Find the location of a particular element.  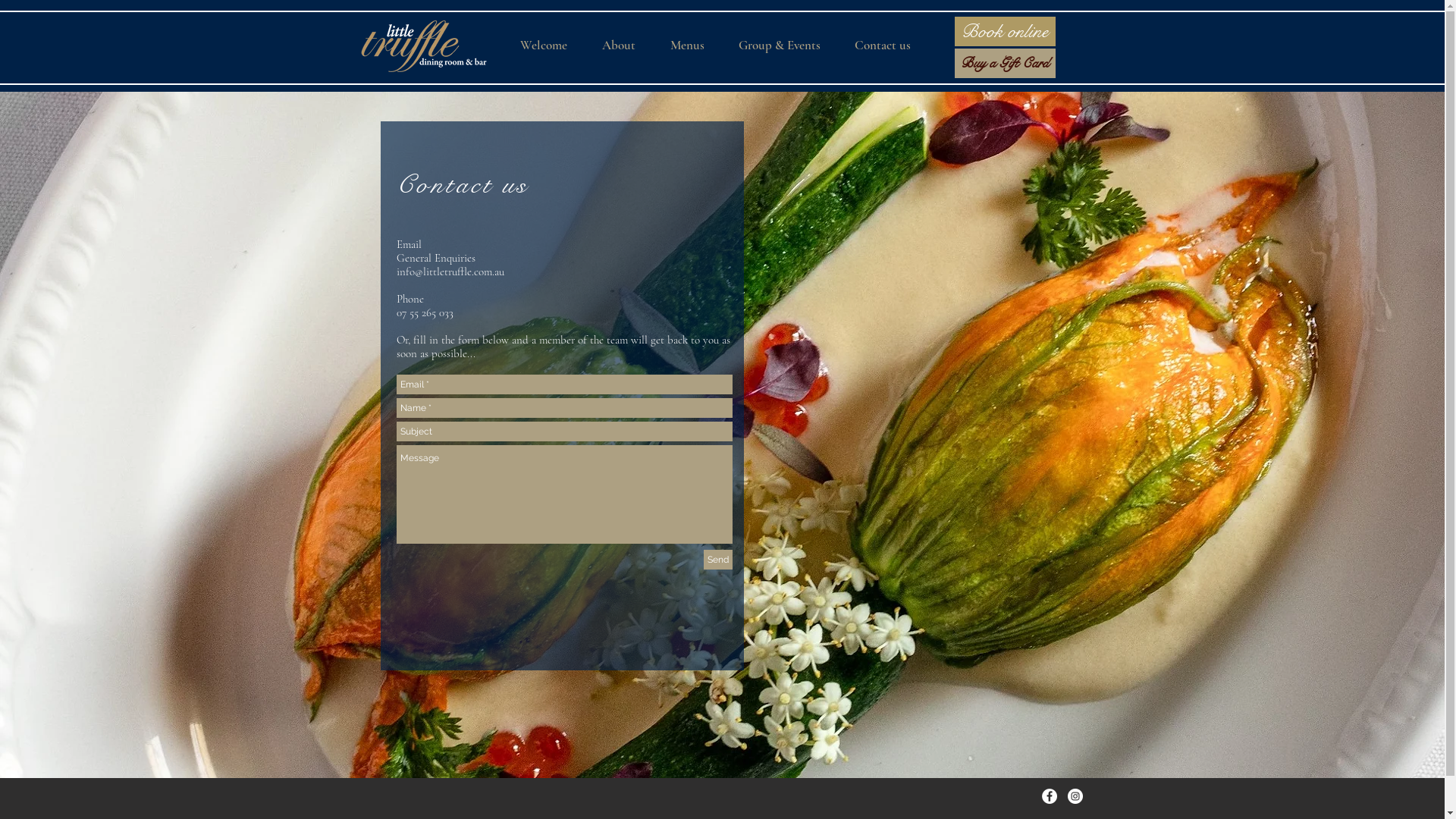

'Send' is located at coordinates (702, 559).